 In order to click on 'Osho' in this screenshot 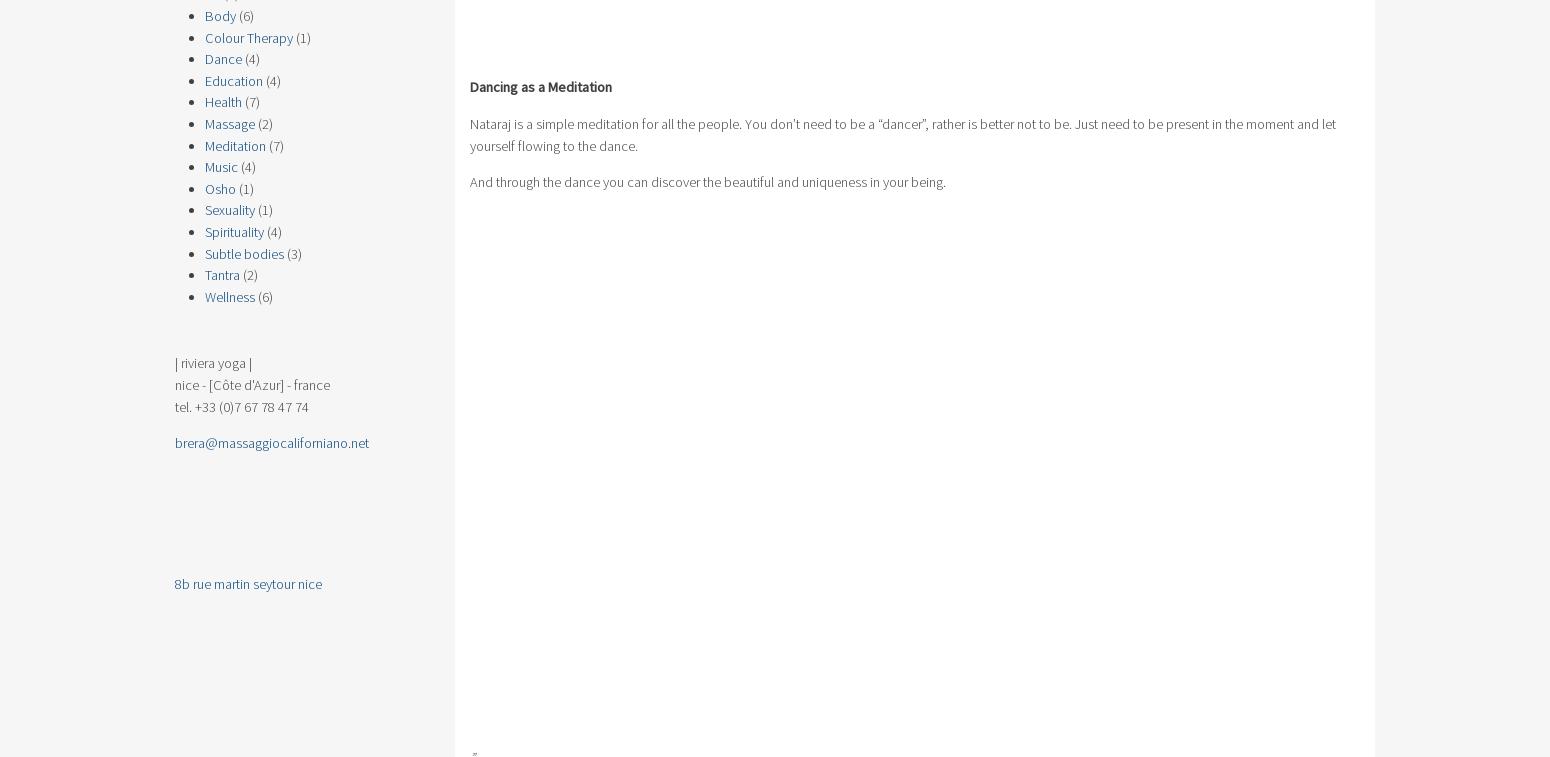, I will do `click(204, 186)`.